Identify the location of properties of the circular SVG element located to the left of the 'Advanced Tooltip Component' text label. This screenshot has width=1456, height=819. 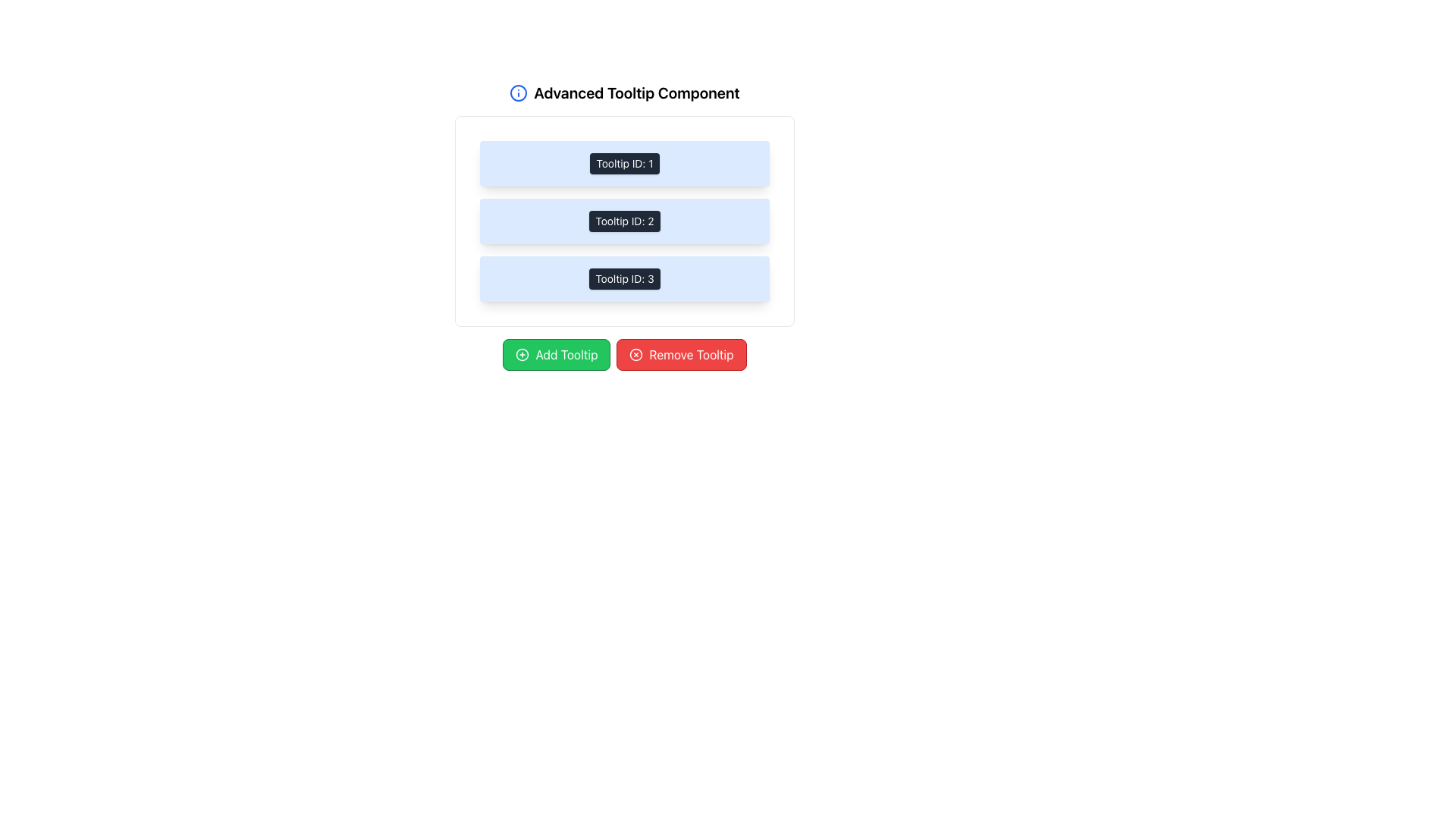
(519, 93).